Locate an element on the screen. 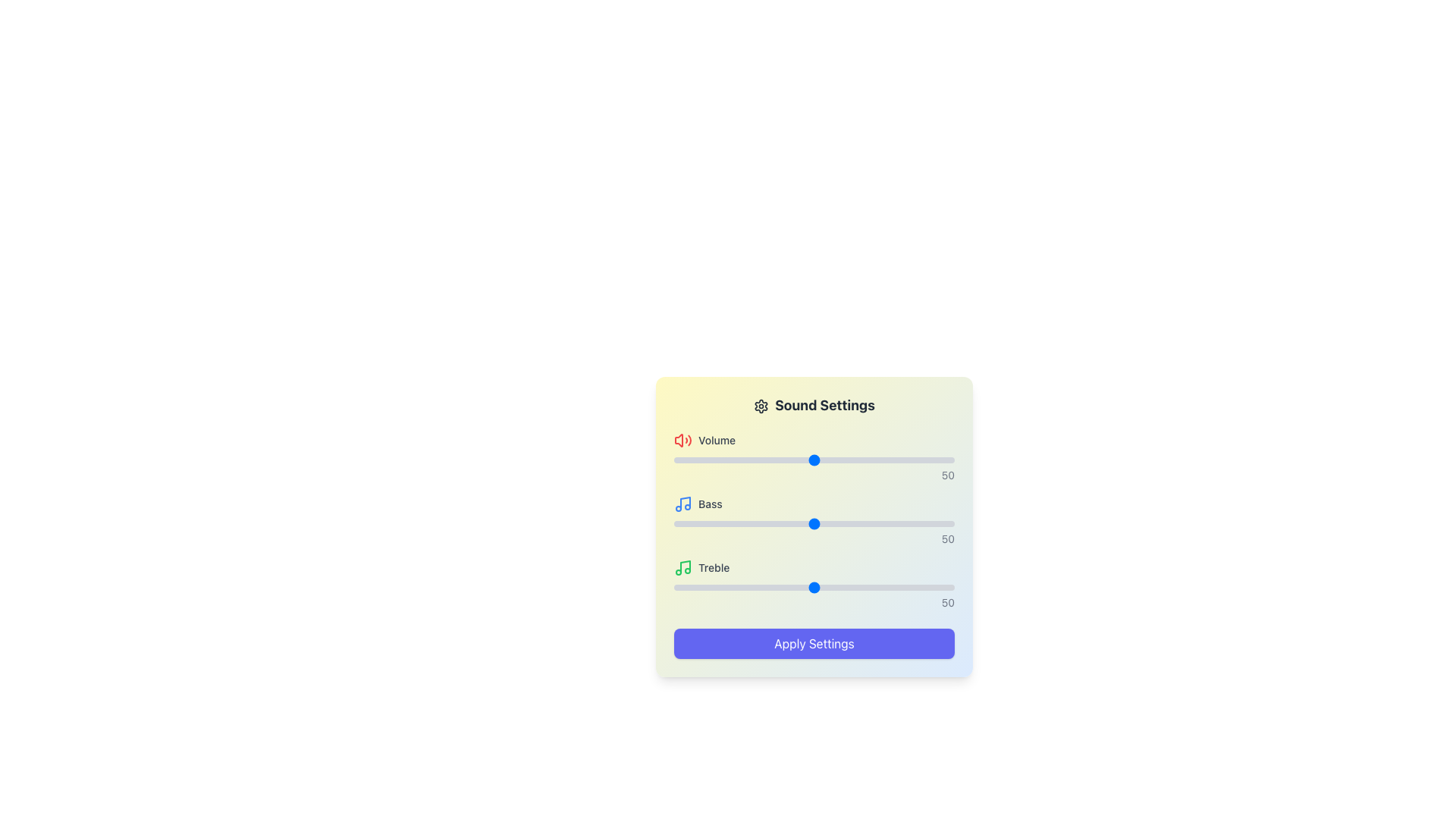 The height and width of the screenshot is (819, 1456). the 'Sound Settings' label, which features bold text and a settings gear icon, located at the top of the UI card is located at coordinates (814, 405).